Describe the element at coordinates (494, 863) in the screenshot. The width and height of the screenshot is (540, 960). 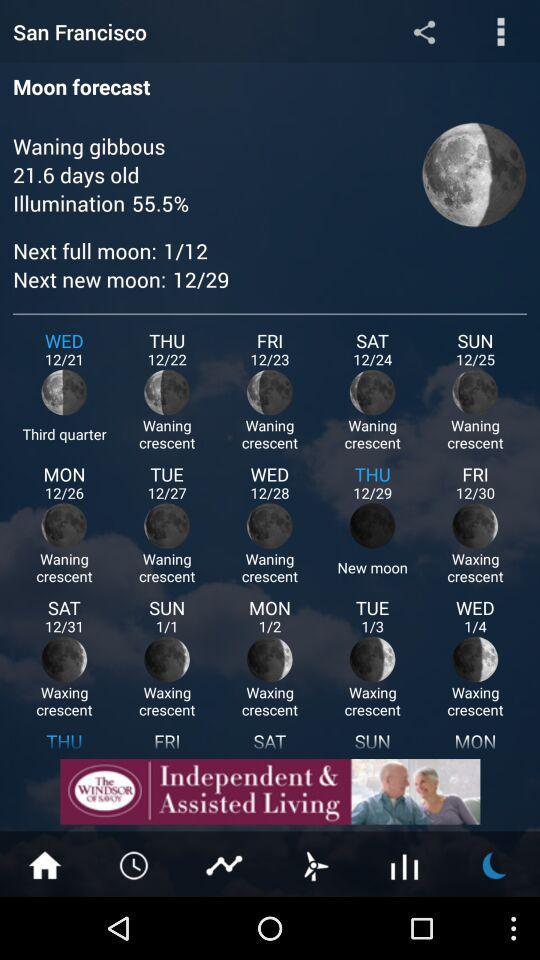
I see `moon cycles` at that location.